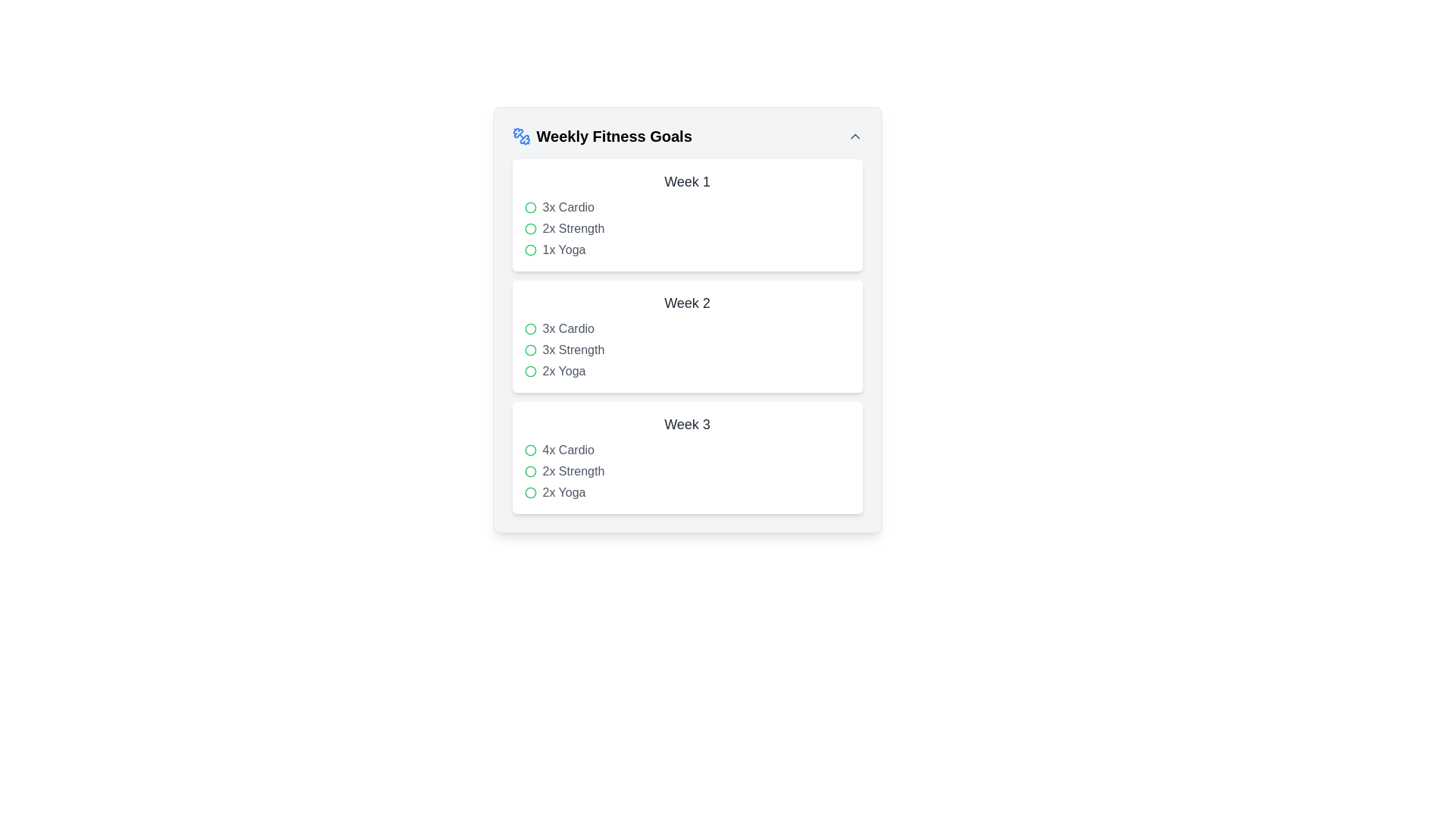 The image size is (1456, 819). What do you see at coordinates (567, 328) in the screenshot?
I see `the text label that reads '3x Cardio', which is styled in gray and located in the Week 2 section of the fitness goals list, positioned to the right of a green circular icon` at bounding box center [567, 328].